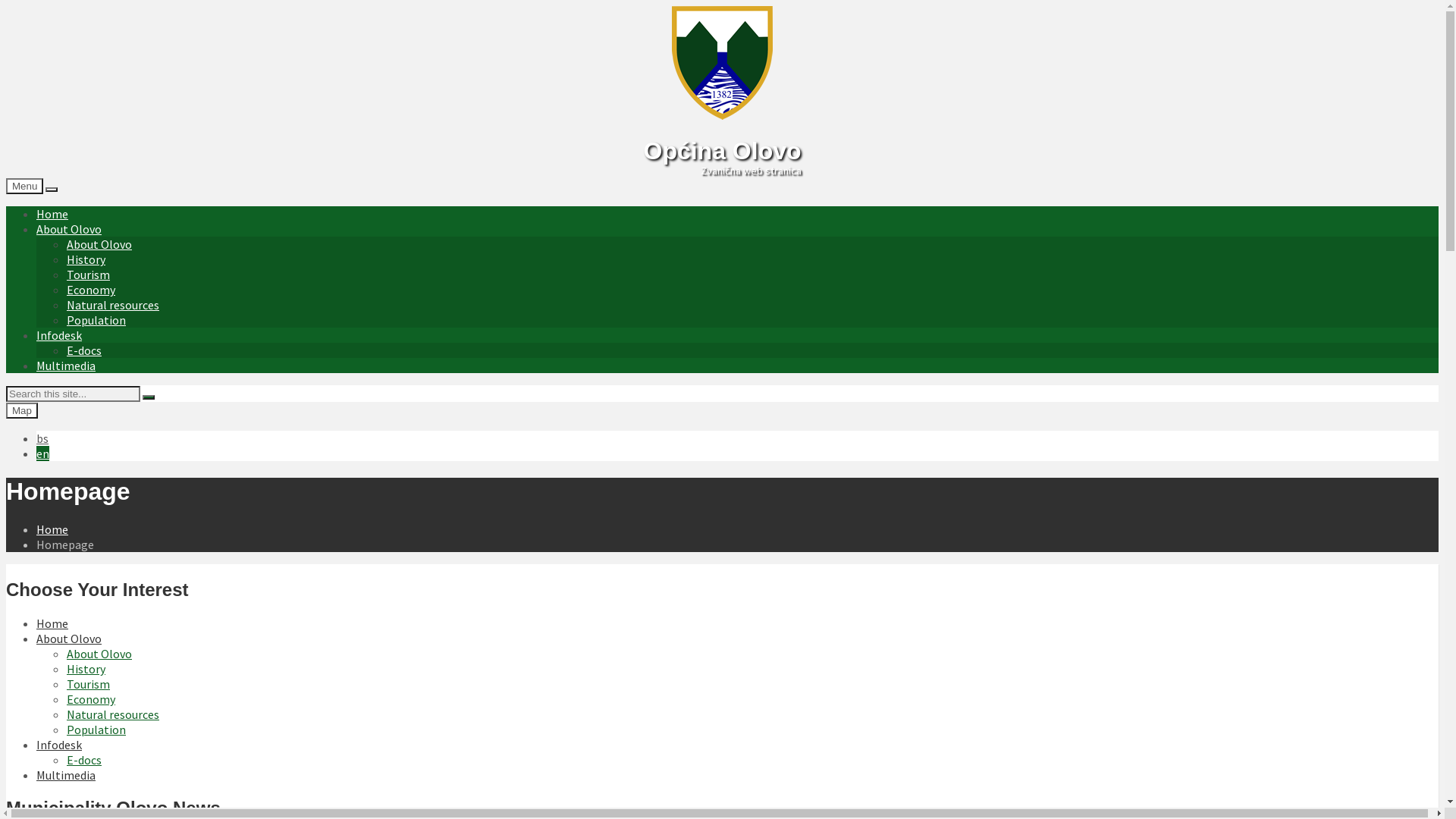 This screenshot has height=819, width=1456. What do you see at coordinates (21, 410) in the screenshot?
I see `'Map'` at bounding box center [21, 410].